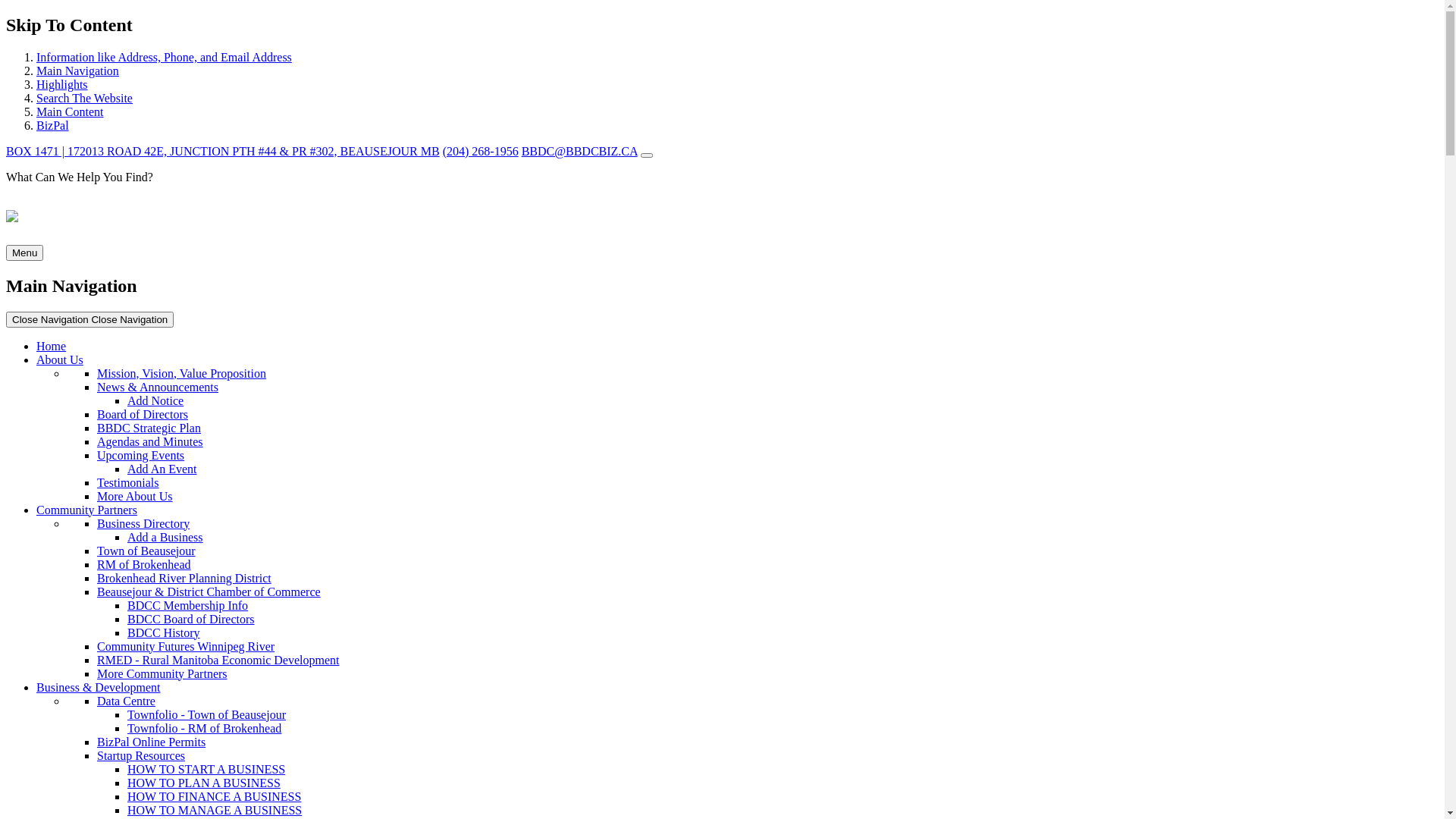 This screenshot has height=819, width=1456. I want to click on 'Add Notice', so click(127, 400).